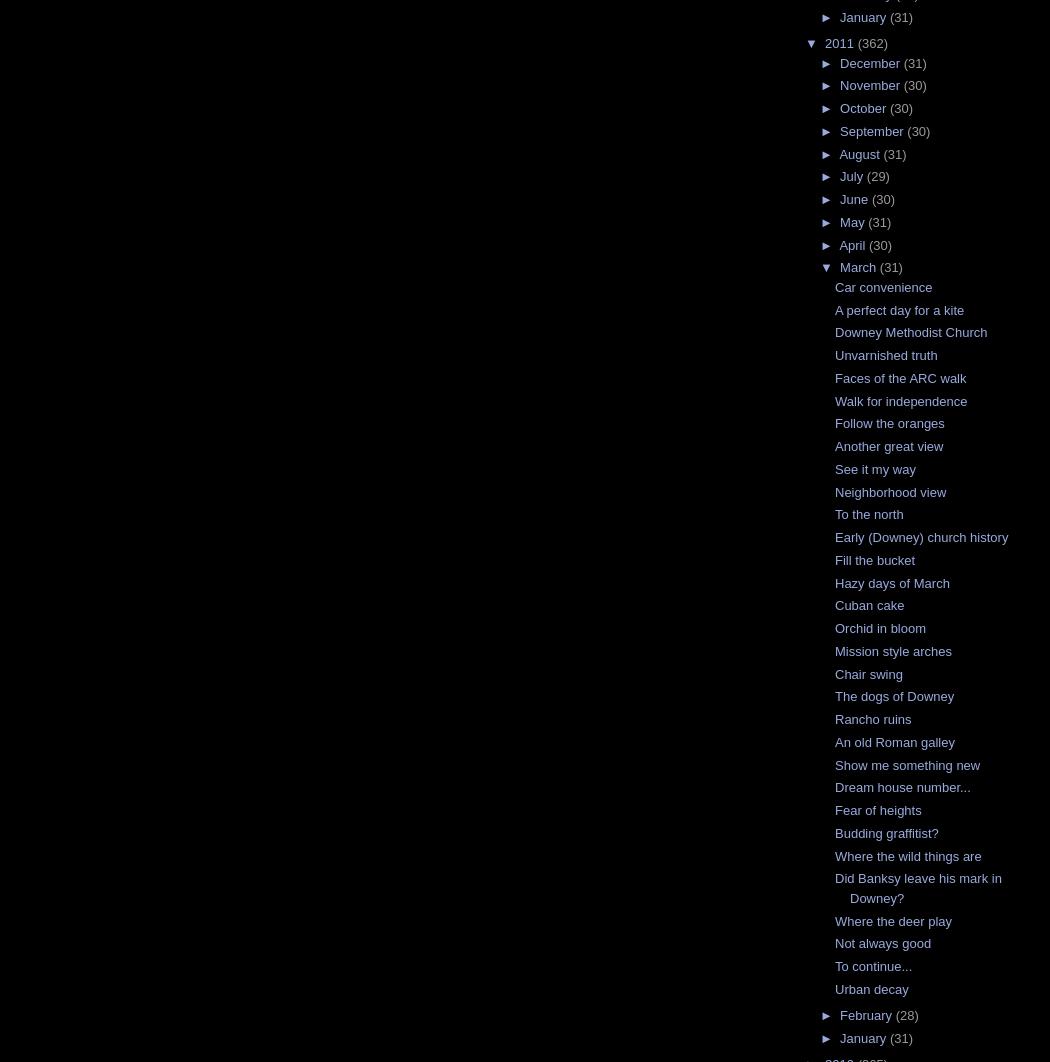 This screenshot has width=1050, height=1062. What do you see at coordinates (882, 942) in the screenshot?
I see `'Not always good'` at bounding box center [882, 942].